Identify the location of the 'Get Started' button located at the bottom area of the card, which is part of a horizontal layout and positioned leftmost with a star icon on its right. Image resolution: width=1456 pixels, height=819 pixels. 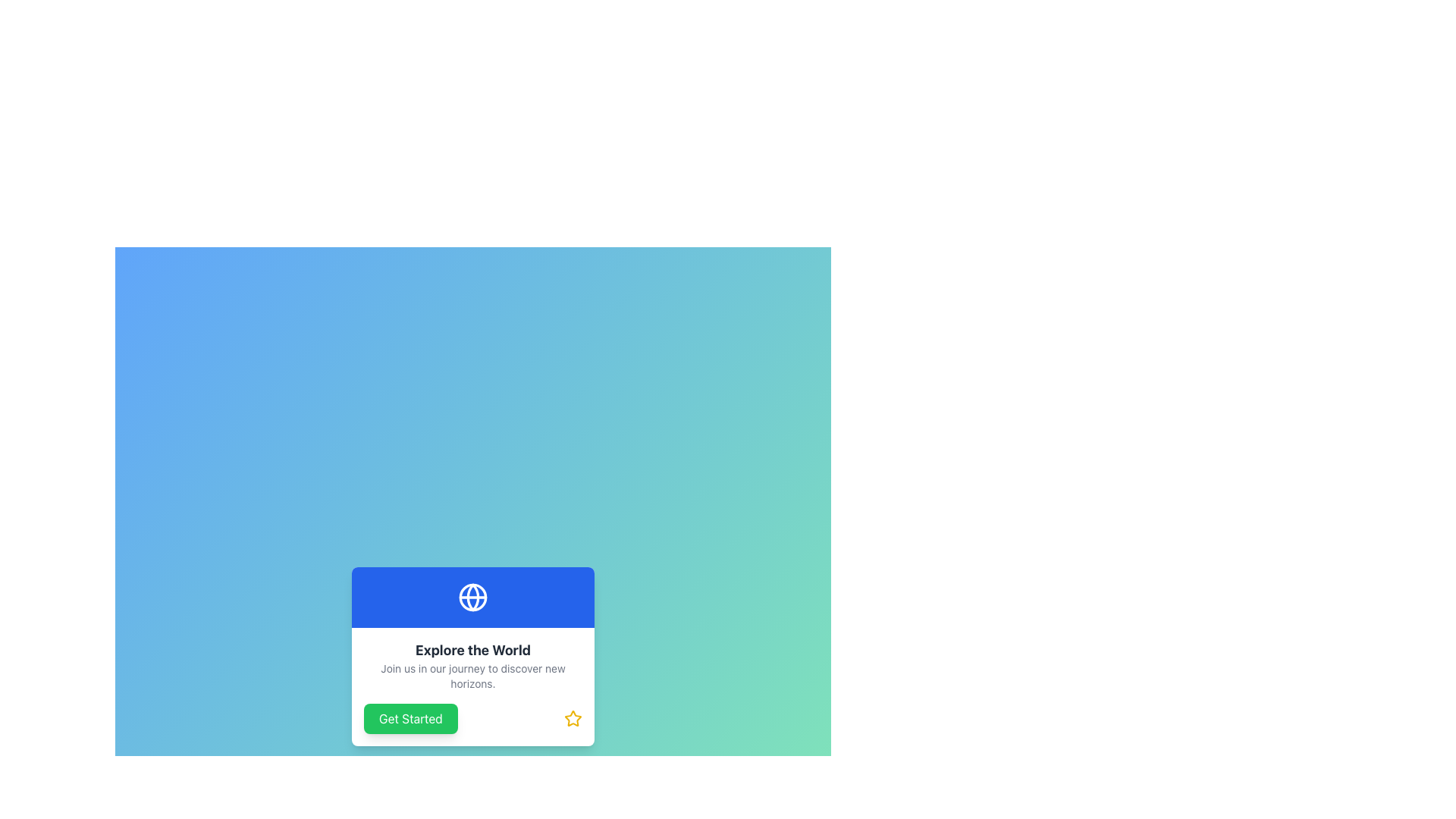
(410, 718).